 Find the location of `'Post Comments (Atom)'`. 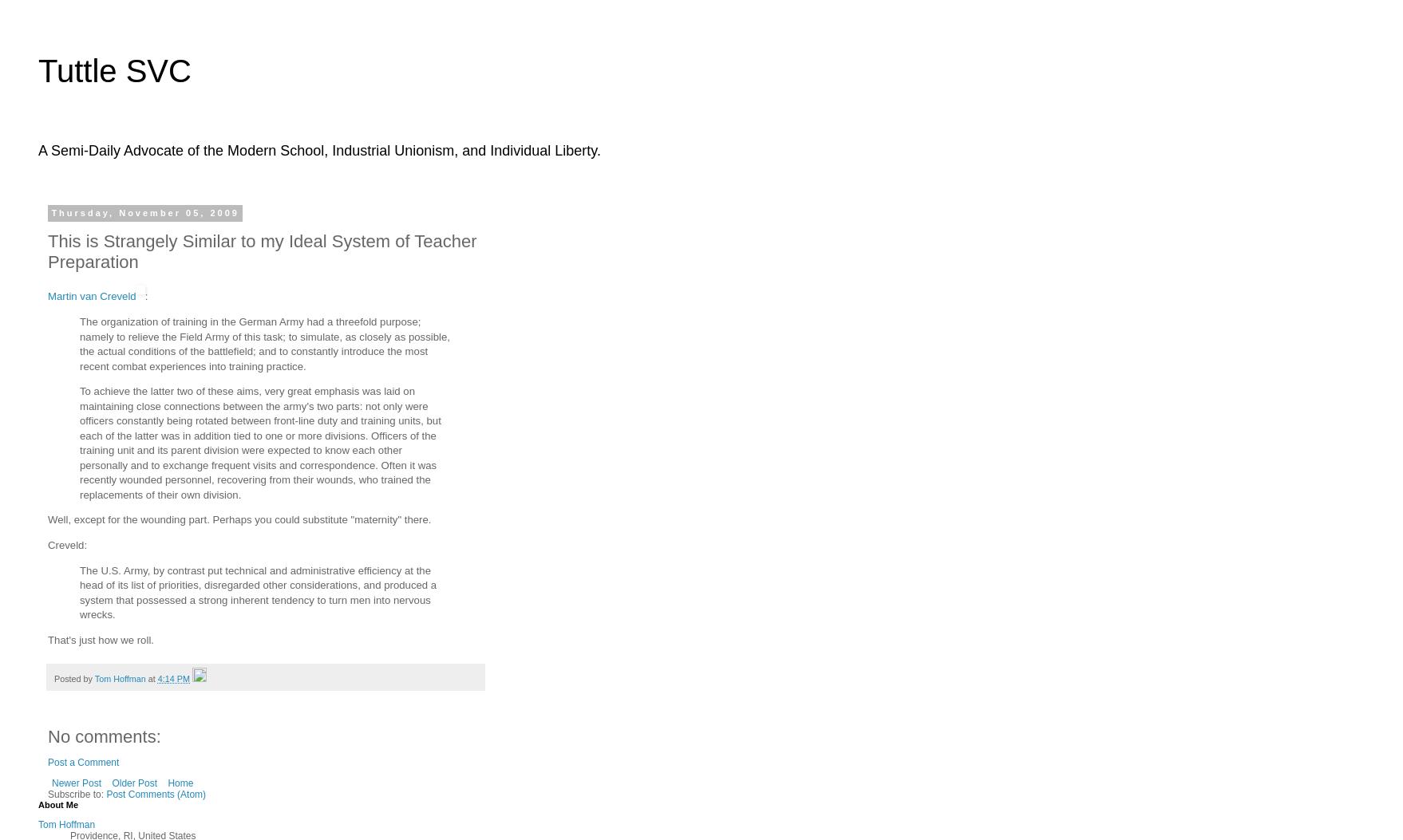

'Post Comments (Atom)' is located at coordinates (155, 795).